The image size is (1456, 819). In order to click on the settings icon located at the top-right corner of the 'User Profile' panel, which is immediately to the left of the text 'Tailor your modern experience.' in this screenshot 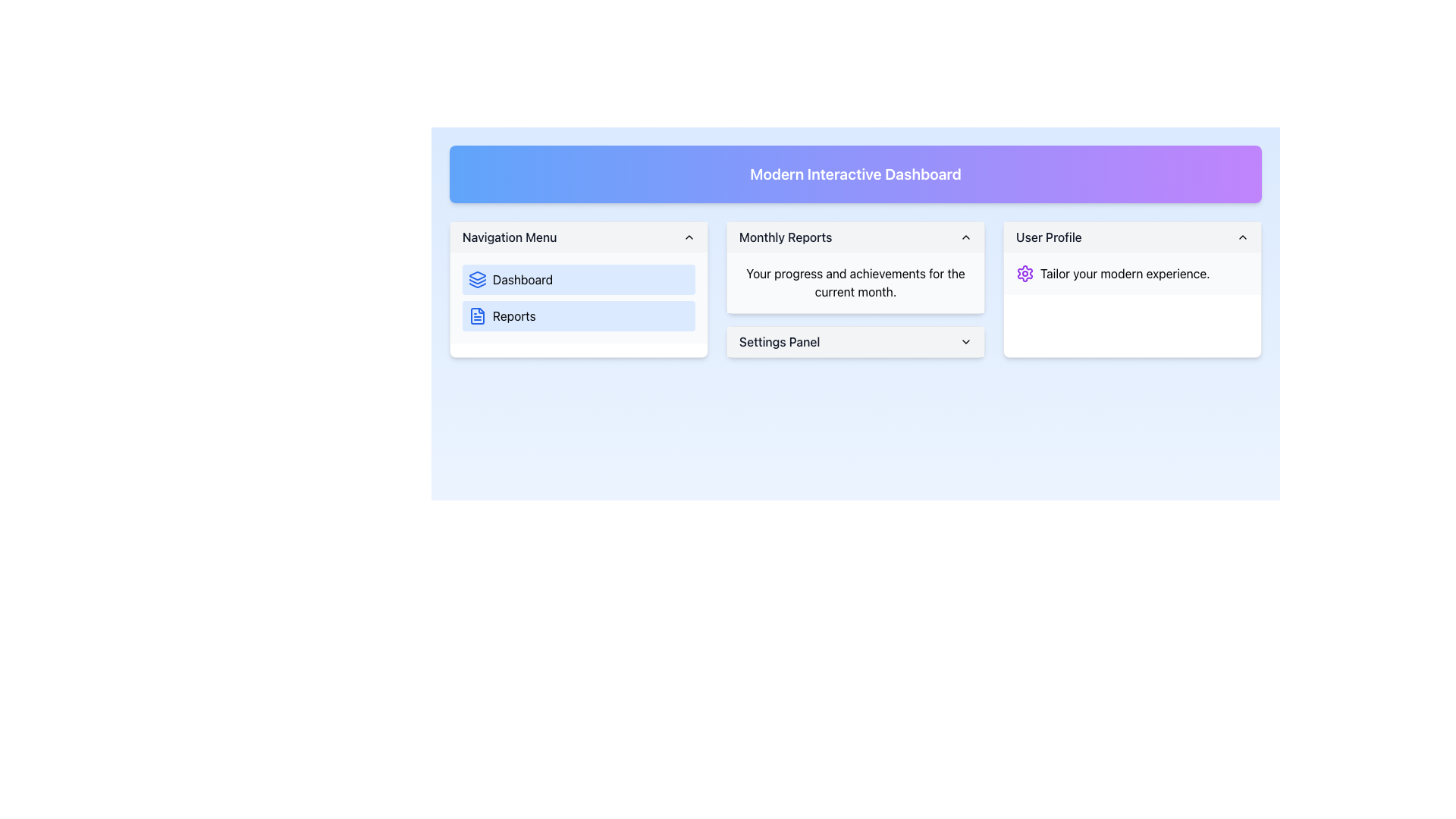, I will do `click(1025, 274)`.